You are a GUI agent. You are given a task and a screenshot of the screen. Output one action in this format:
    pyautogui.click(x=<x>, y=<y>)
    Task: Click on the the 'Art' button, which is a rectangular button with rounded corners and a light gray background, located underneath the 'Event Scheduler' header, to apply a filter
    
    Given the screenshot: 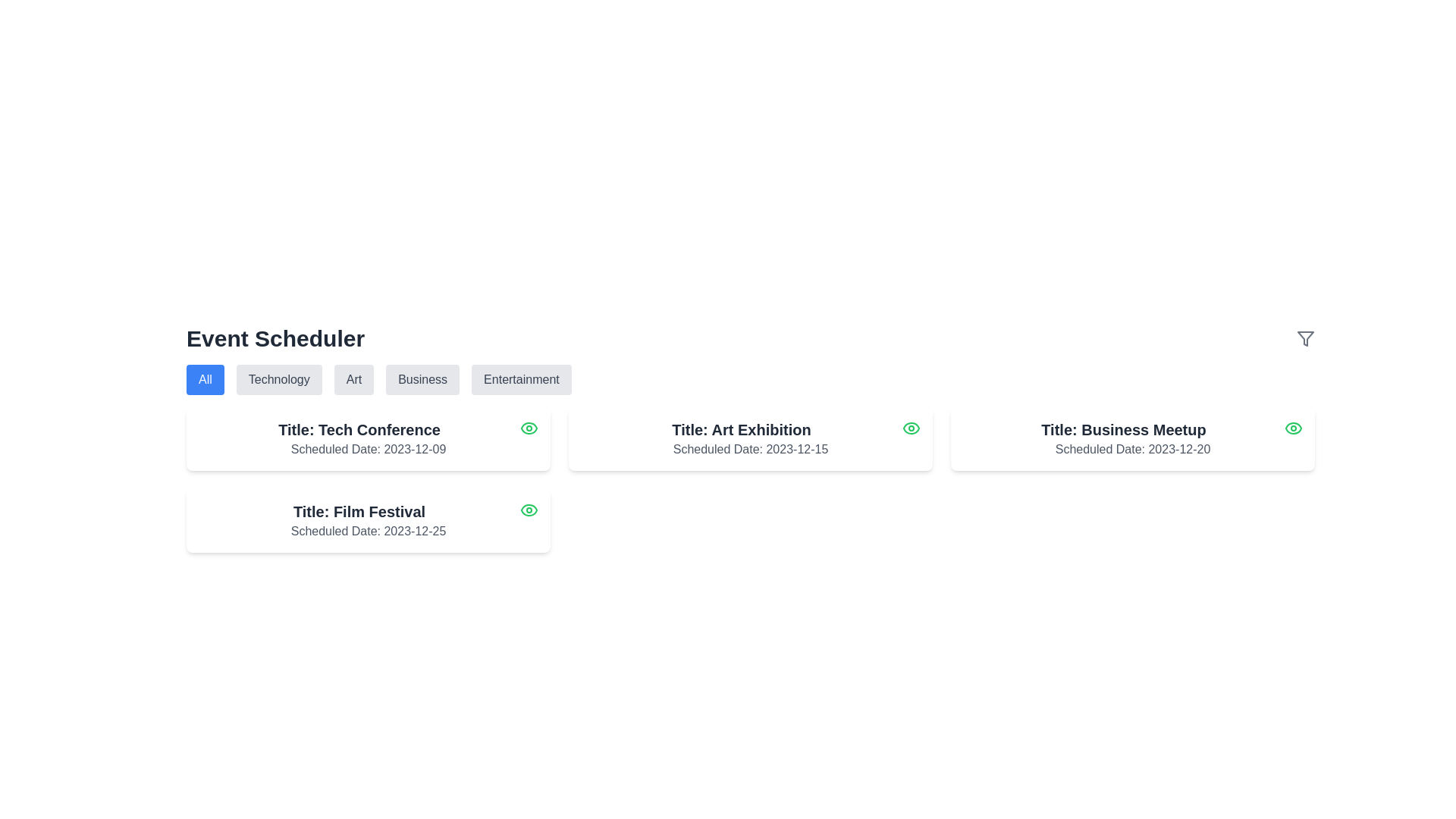 What is the action you would take?
    pyautogui.click(x=353, y=379)
    